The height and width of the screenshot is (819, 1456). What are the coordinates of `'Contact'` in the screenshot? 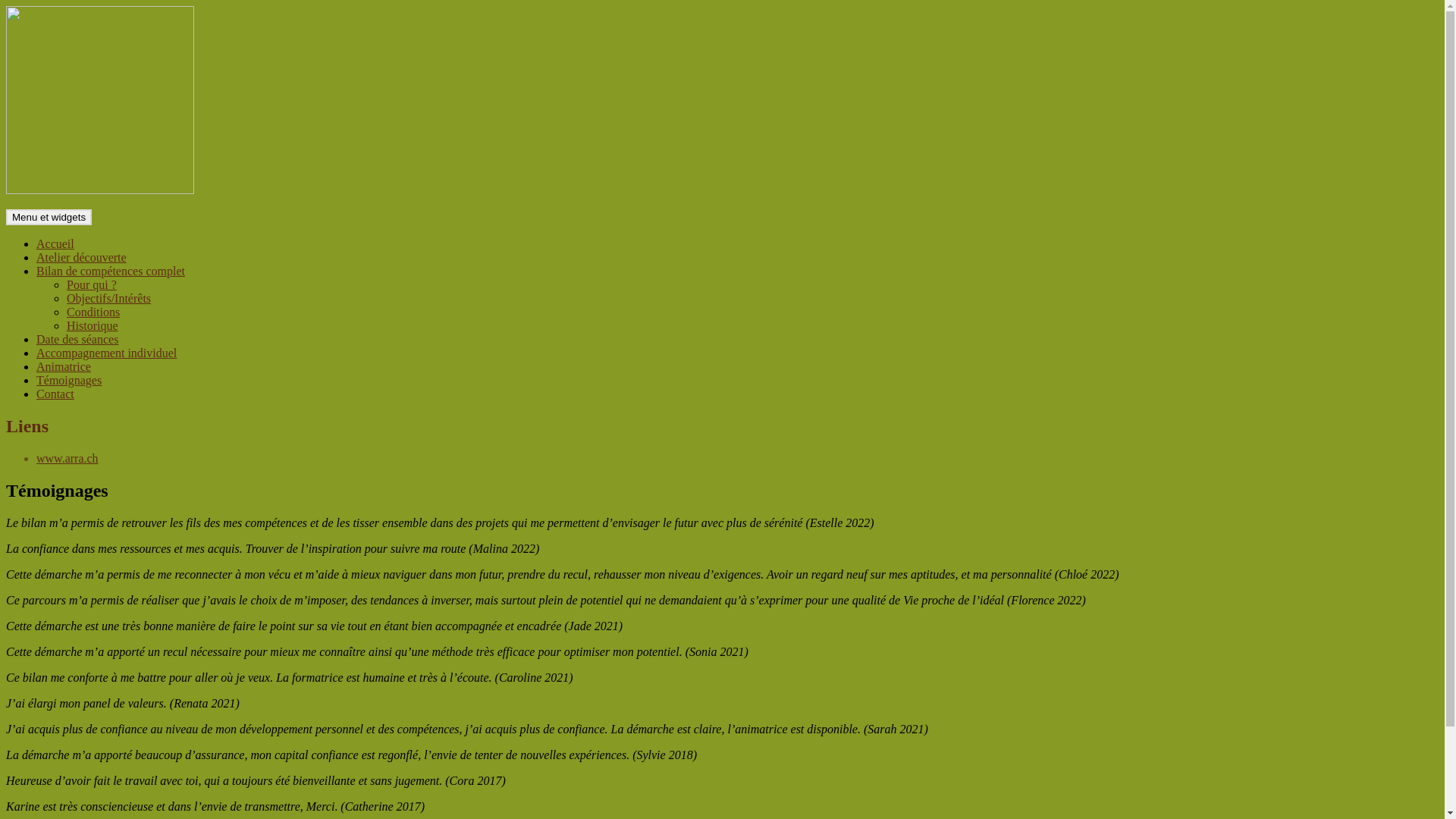 It's located at (55, 393).